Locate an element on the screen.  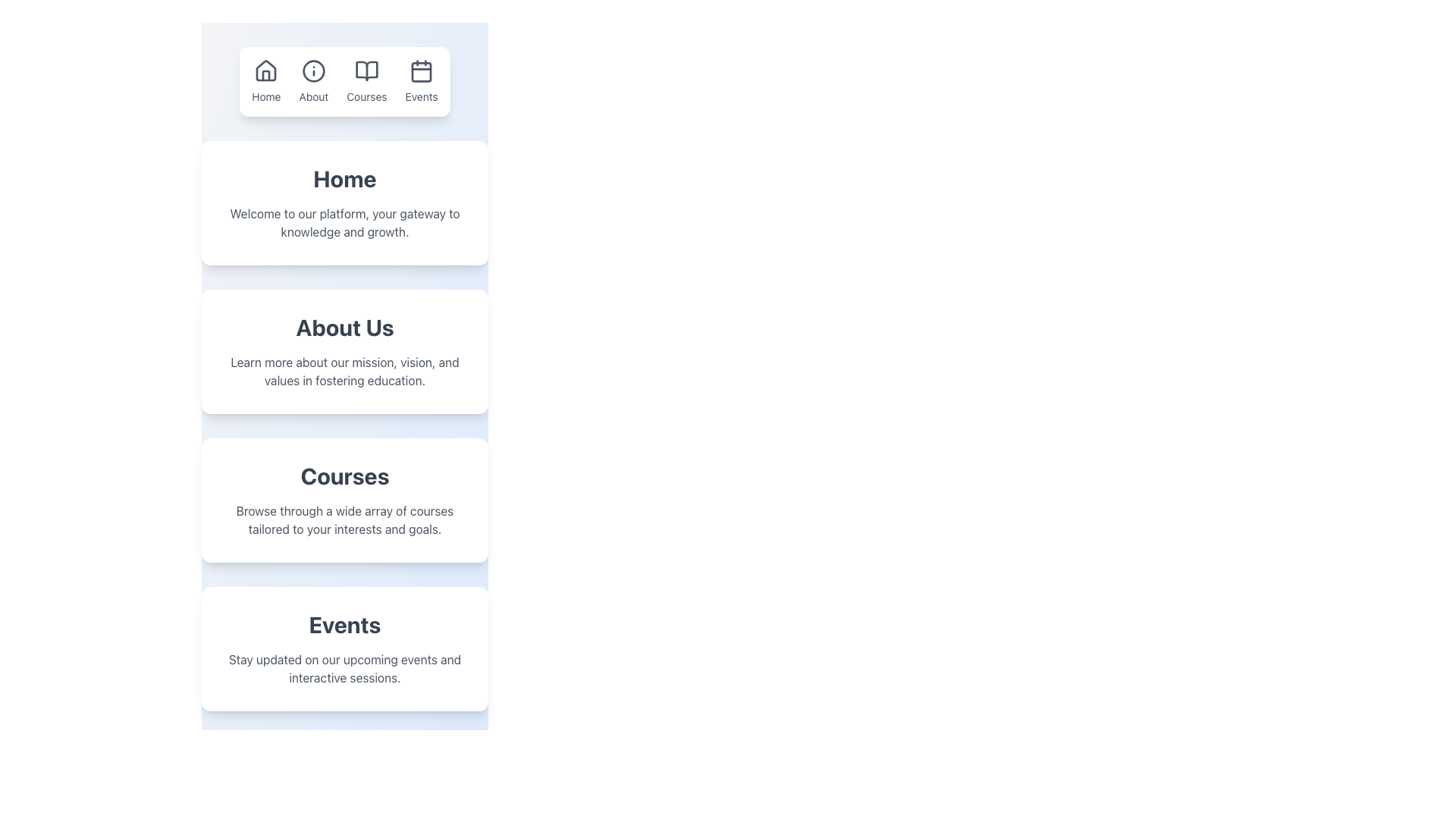
the 'Courses' text label, which is displayed in a small font size in grayish color, located below the open book icon in the third navigation item of the horizontal navigation bar is located at coordinates (366, 96).